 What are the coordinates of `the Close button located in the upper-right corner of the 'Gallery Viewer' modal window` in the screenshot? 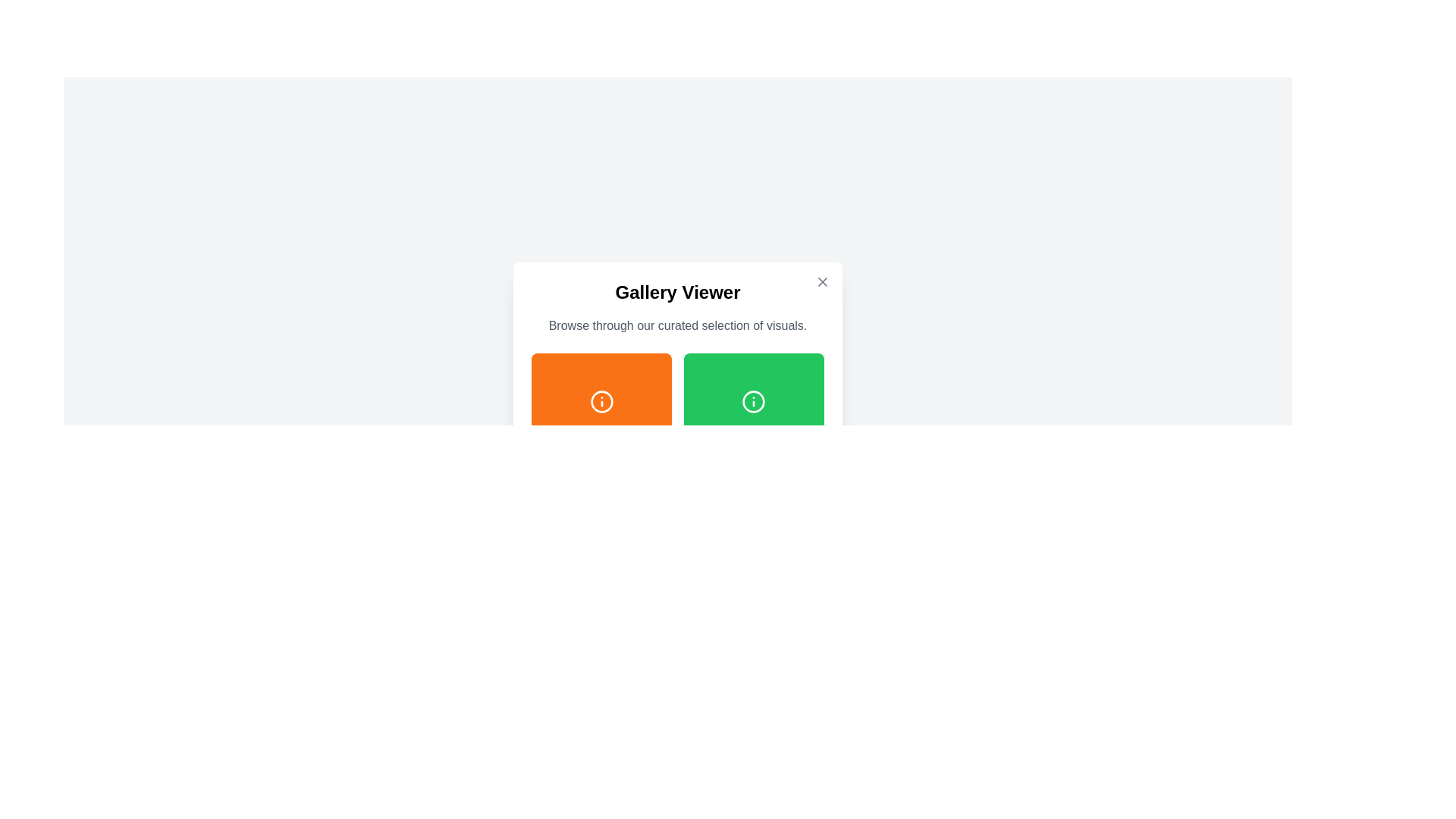 It's located at (821, 281).